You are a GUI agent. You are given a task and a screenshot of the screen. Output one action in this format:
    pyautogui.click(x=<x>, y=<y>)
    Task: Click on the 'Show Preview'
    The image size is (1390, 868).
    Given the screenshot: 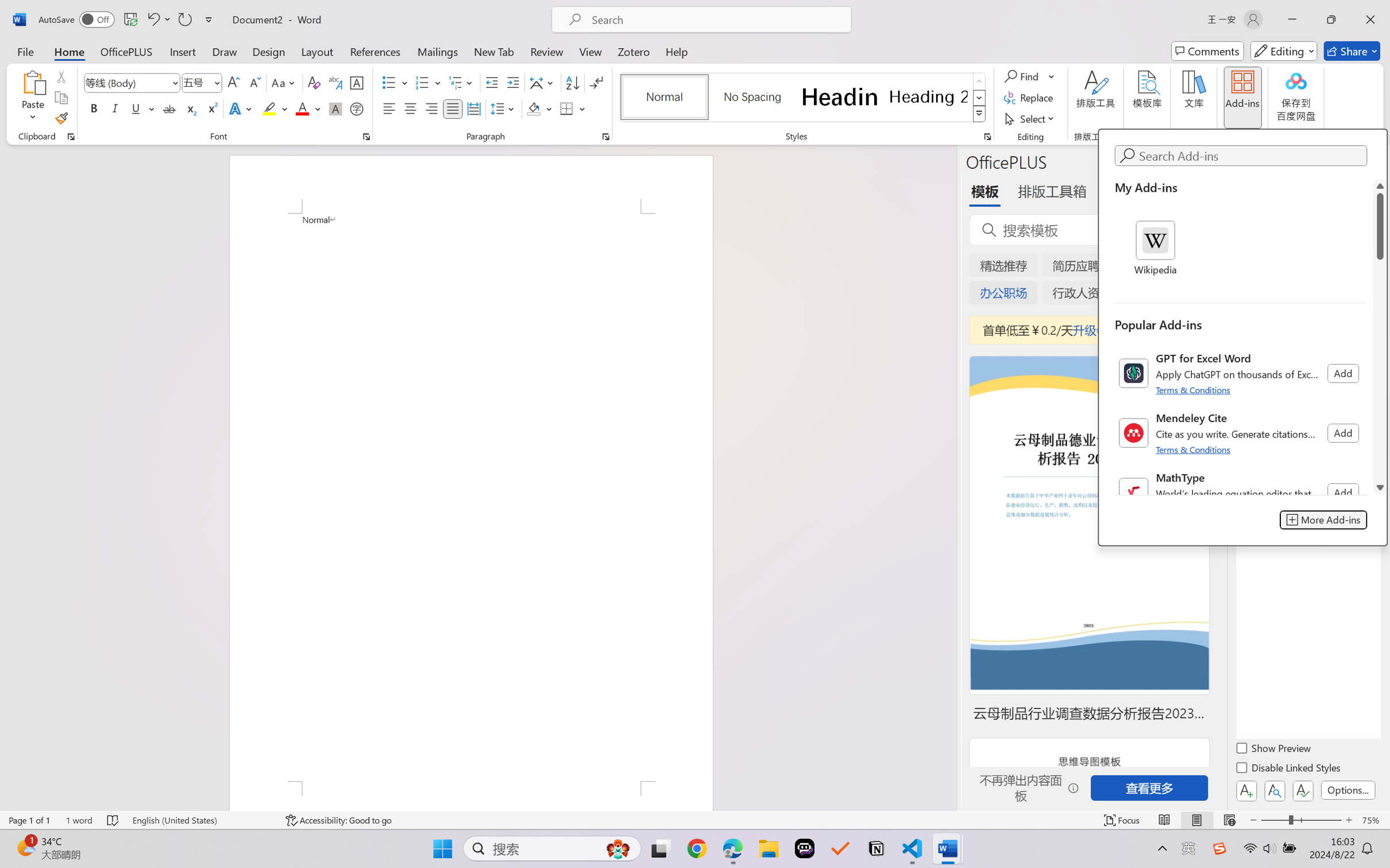 What is the action you would take?
    pyautogui.click(x=1274, y=749)
    